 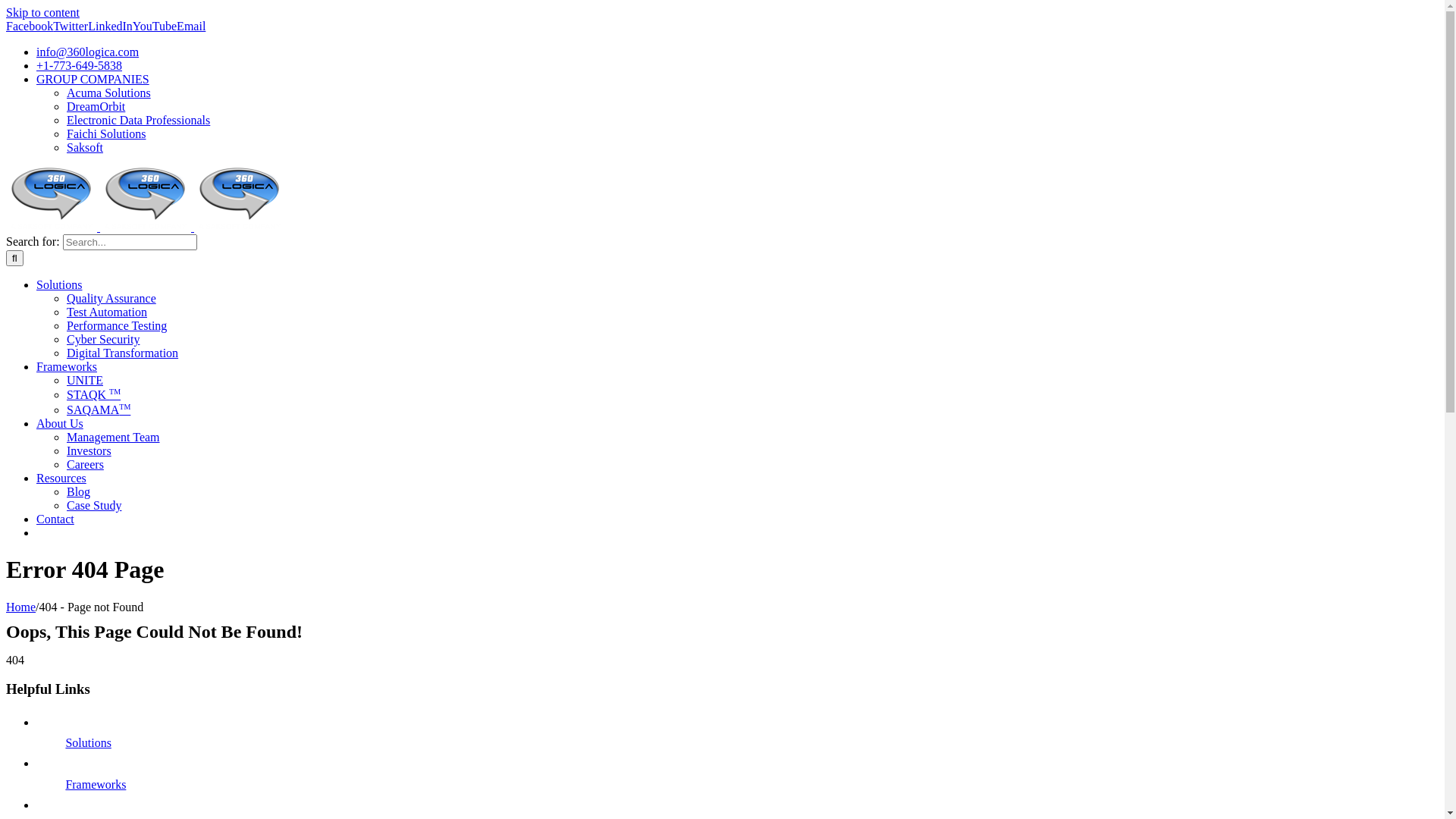 What do you see at coordinates (88, 450) in the screenshot?
I see `'Investors'` at bounding box center [88, 450].